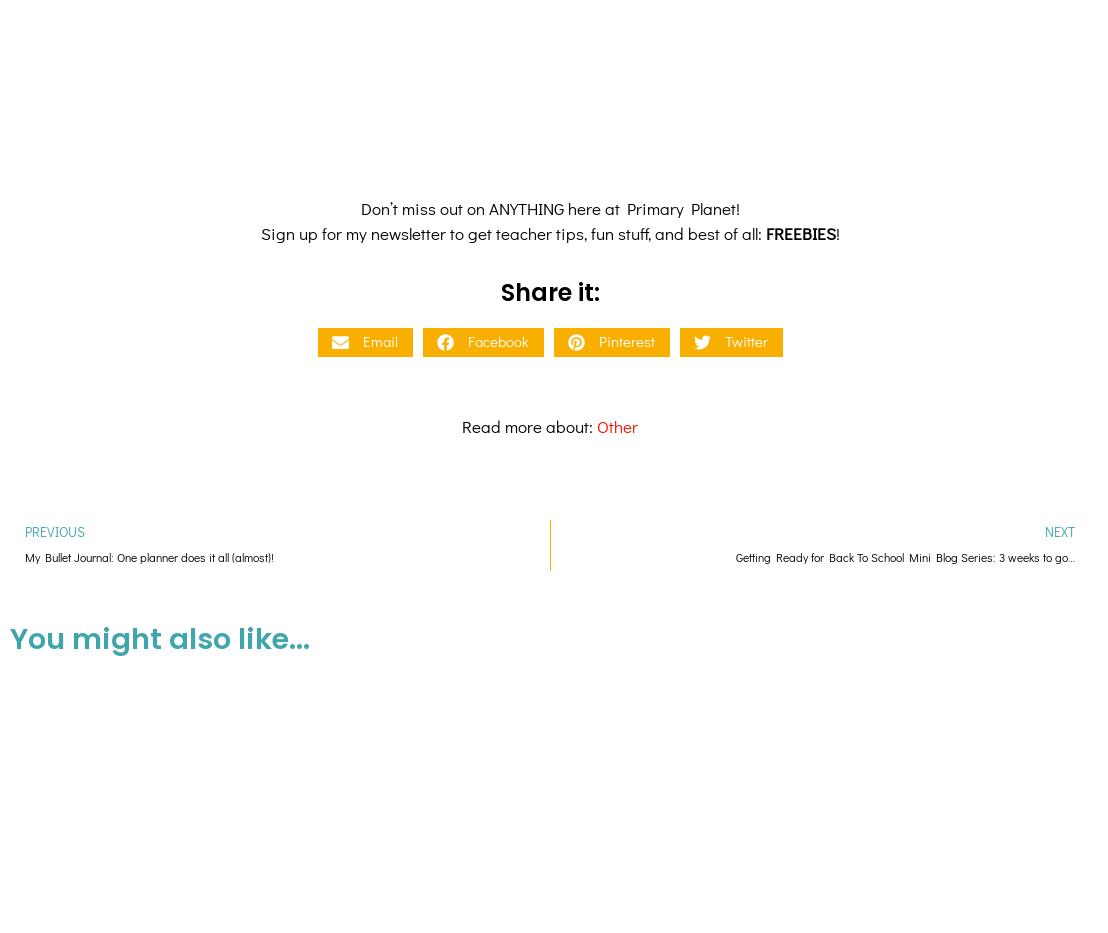 This screenshot has width=1108, height=933. I want to click on 'Facebook', so click(497, 171).